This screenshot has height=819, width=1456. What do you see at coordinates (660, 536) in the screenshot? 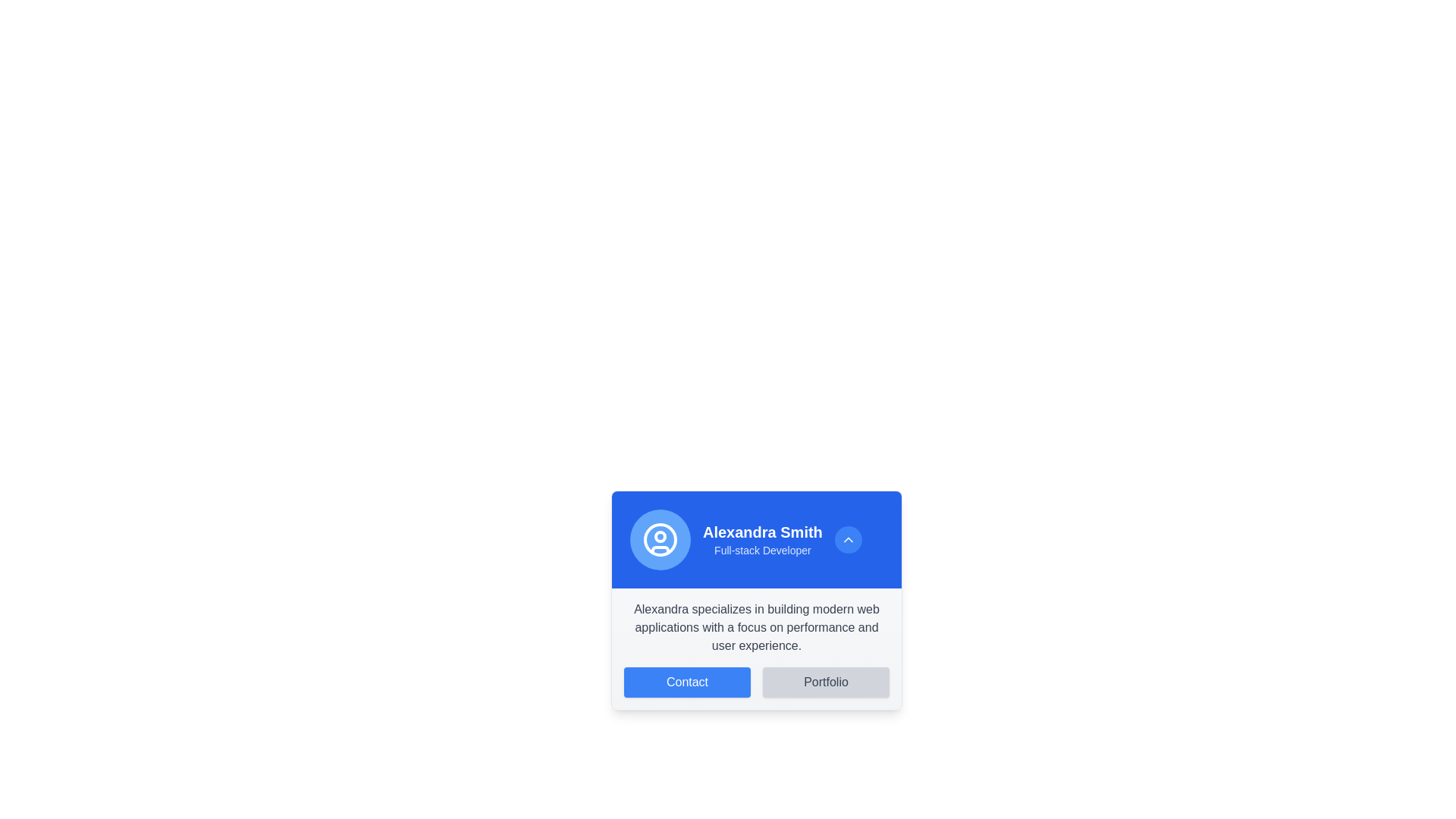
I see `the SVG Circle element that serves as a decorative feature within the profile icon, representing a detail in a user avatar` at bounding box center [660, 536].